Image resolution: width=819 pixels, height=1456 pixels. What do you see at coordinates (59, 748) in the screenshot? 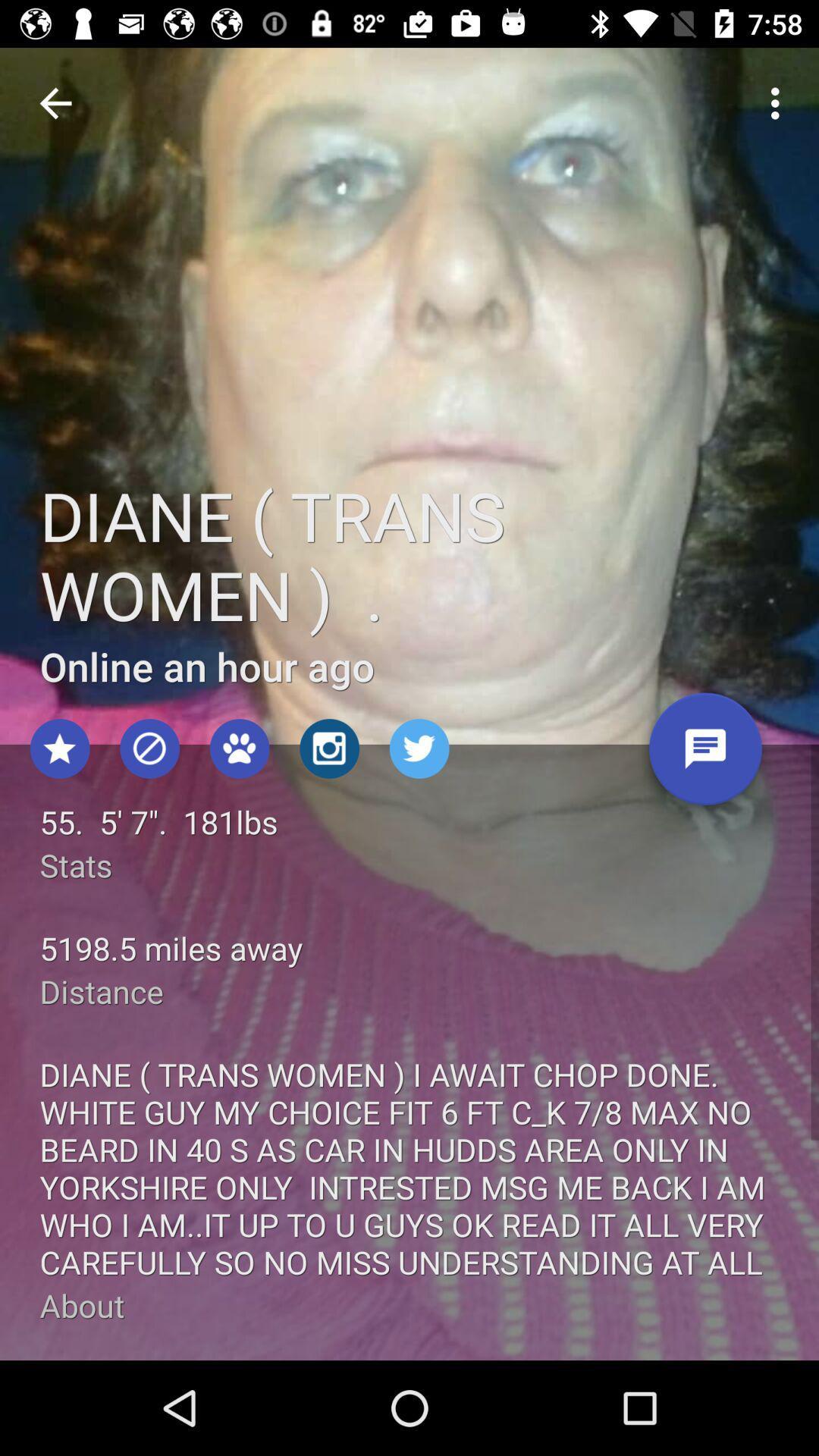
I see `the star icon` at bounding box center [59, 748].